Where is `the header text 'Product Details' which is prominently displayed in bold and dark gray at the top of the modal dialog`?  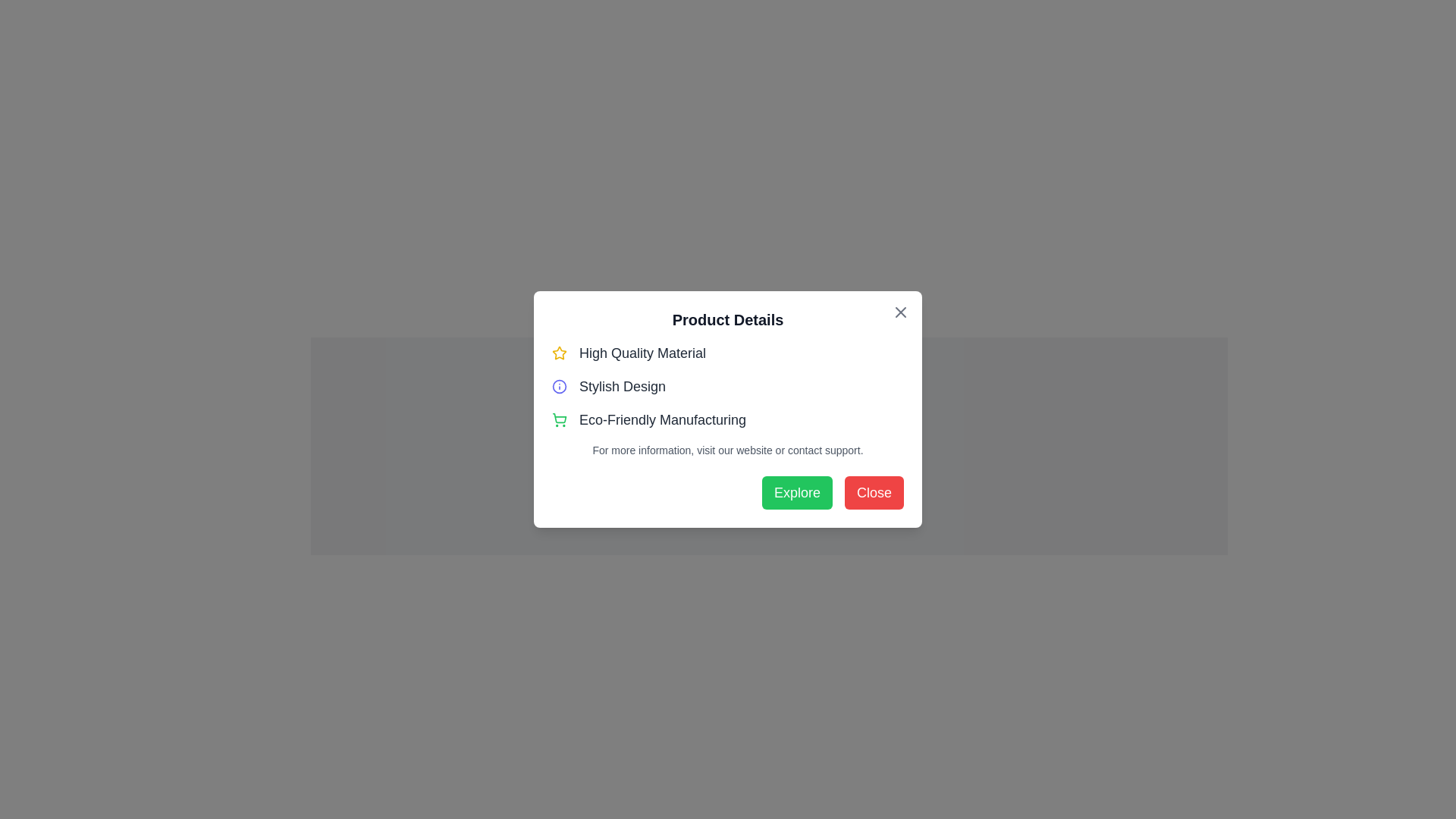
the header text 'Product Details' which is prominently displayed in bold and dark gray at the top of the modal dialog is located at coordinates (728, 318).